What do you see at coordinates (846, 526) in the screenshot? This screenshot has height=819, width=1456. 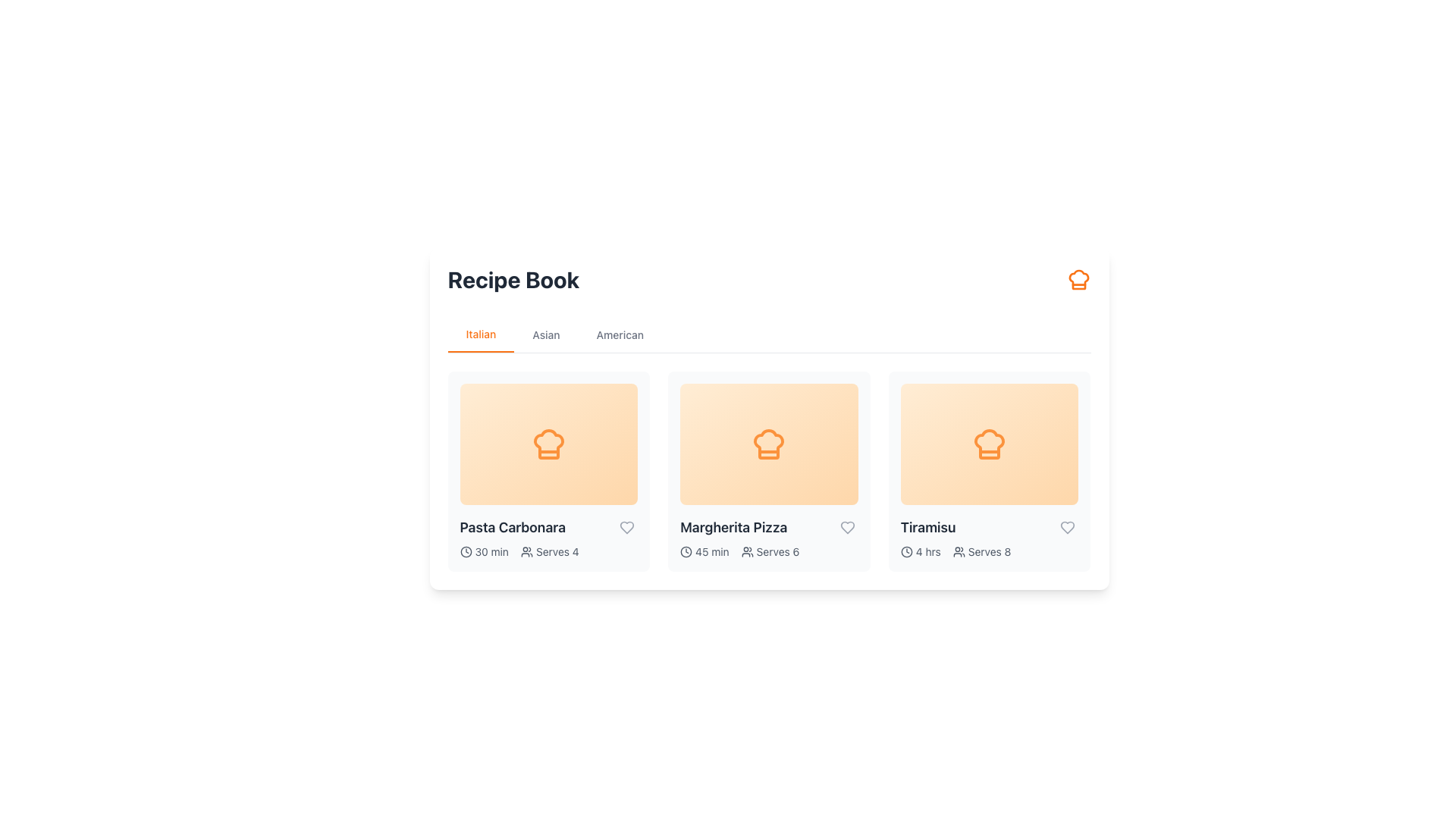 I see `the heart-shaped icon button located at the bottom-right corner of the 'Margherita Pizza' recipe card to favorite the item` at bounding box center [846, 526].